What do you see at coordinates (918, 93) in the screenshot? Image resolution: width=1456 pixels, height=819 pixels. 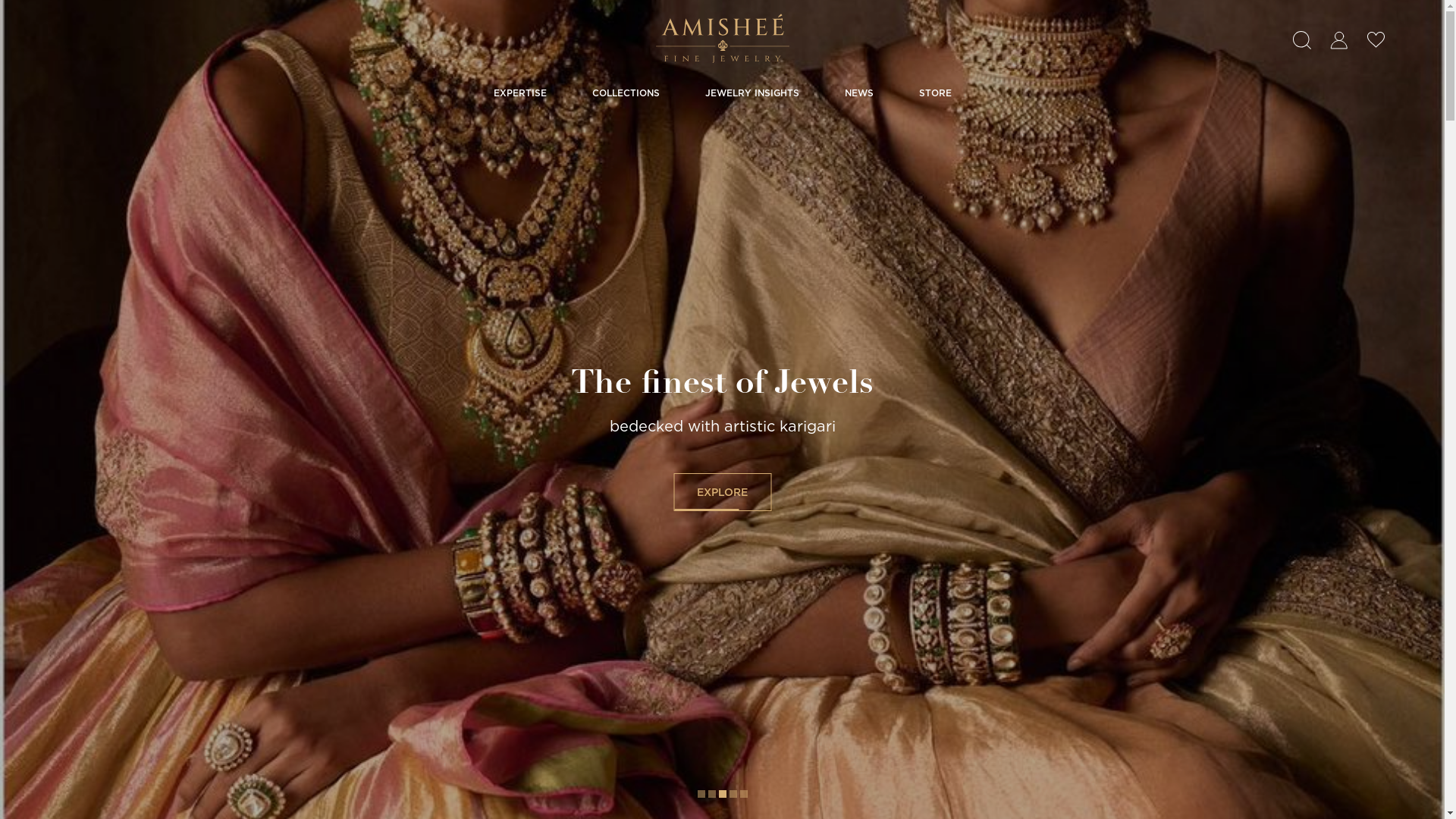 I see `'STORE'` at bounding box center [918, 93].